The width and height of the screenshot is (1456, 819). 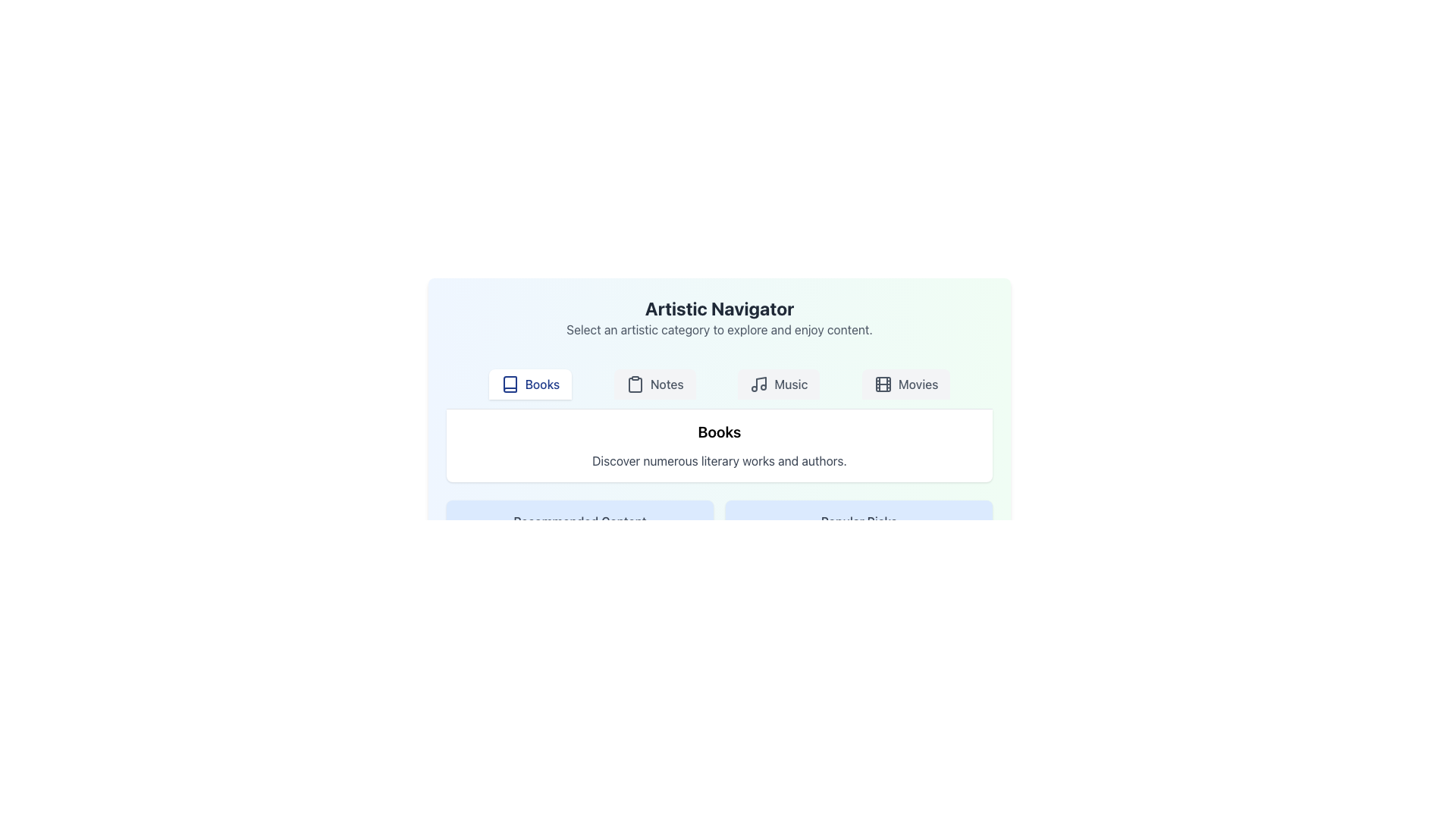 What do you see at coordinates (719, 329) in the screenshot?
I see `the static text element providing guidance below the 'Artistic Navigator' heading, which is centered on the page` at bounding box center [719, 329].